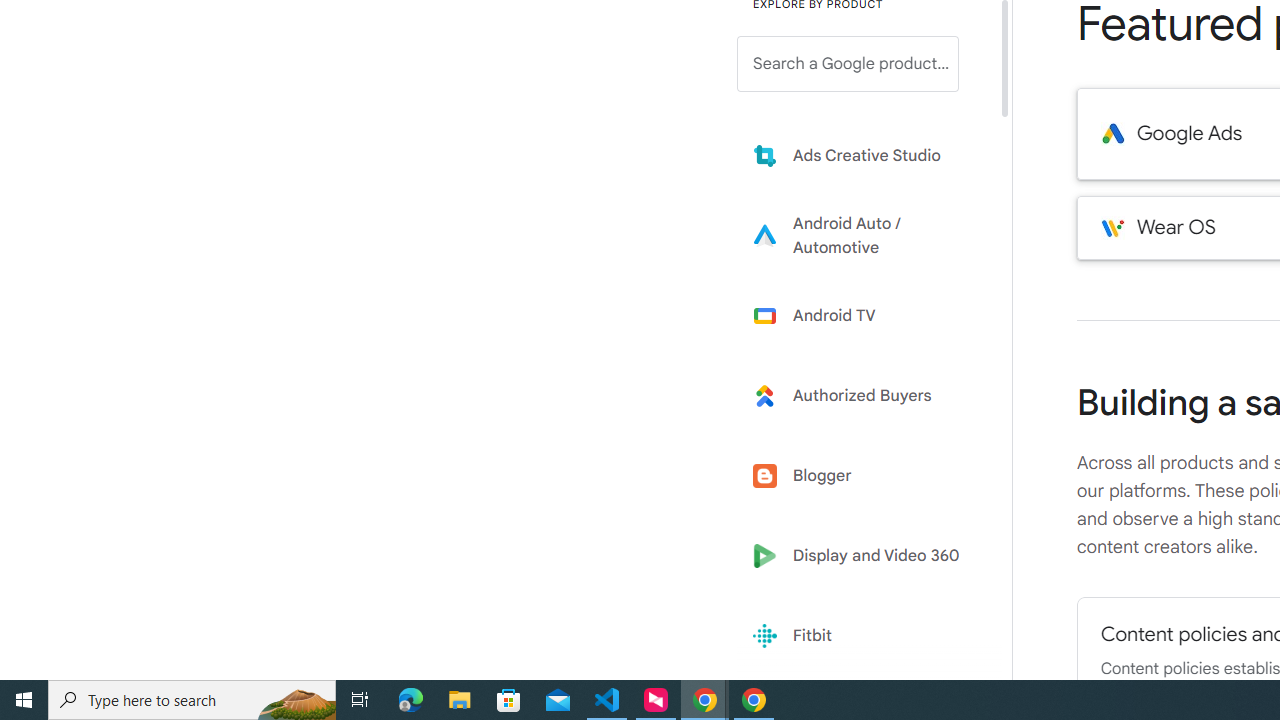  Describe the element at coordinates (862, 556) in the screenshot. I see `'Display and Video 360'` at that location.